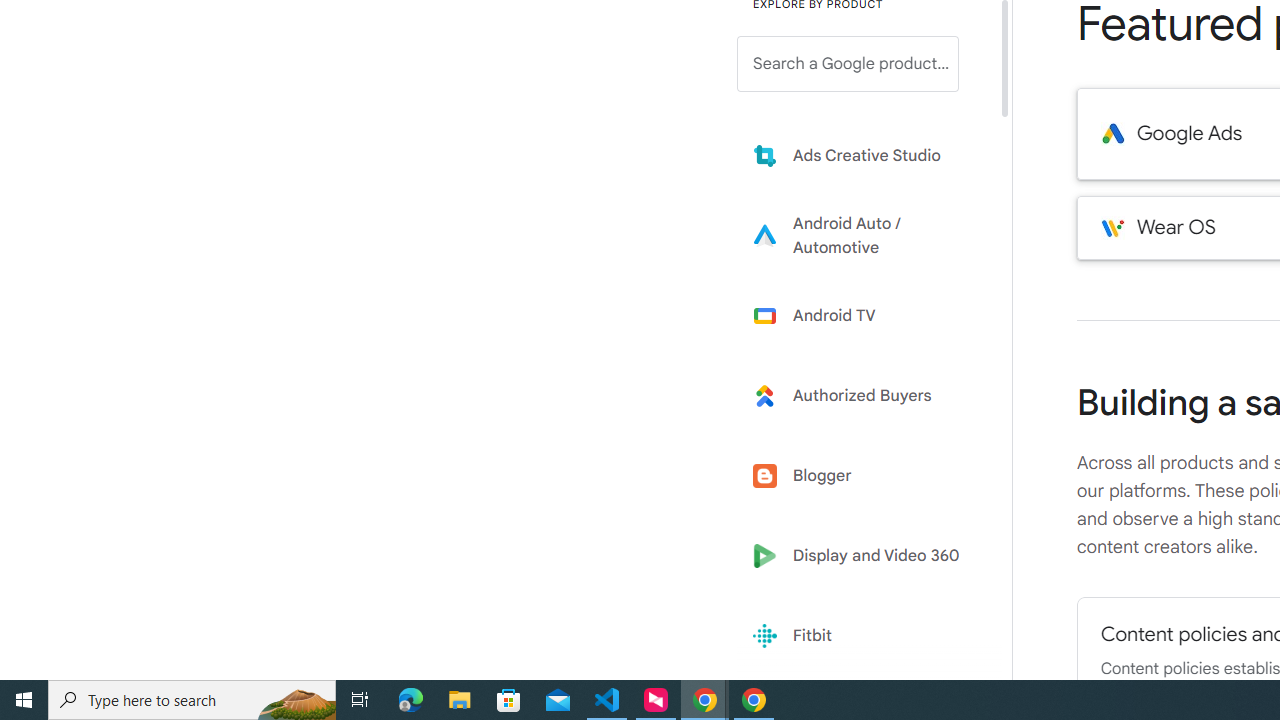  Describe the element at coordinates (862, 556) in the screenshot. I see `'Display and Video 360'` at that location.